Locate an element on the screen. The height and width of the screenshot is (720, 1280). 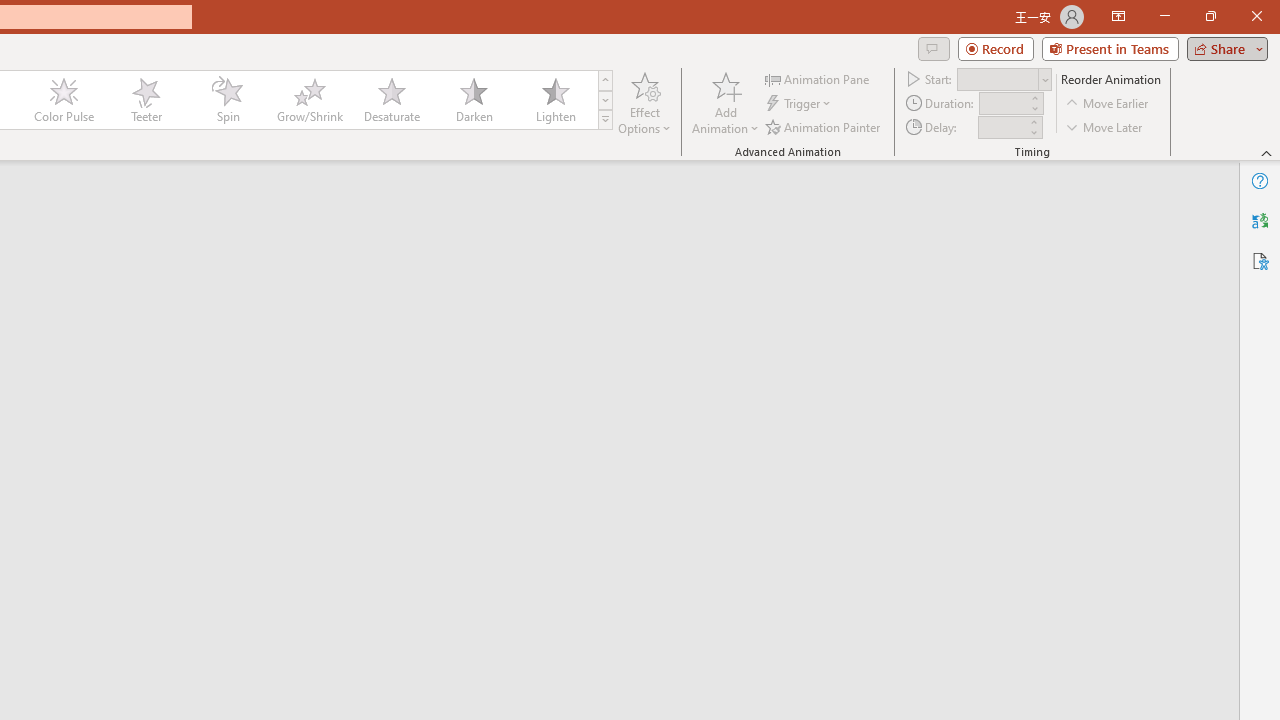
'Color Pulse' is located at coordinates (64, 100).